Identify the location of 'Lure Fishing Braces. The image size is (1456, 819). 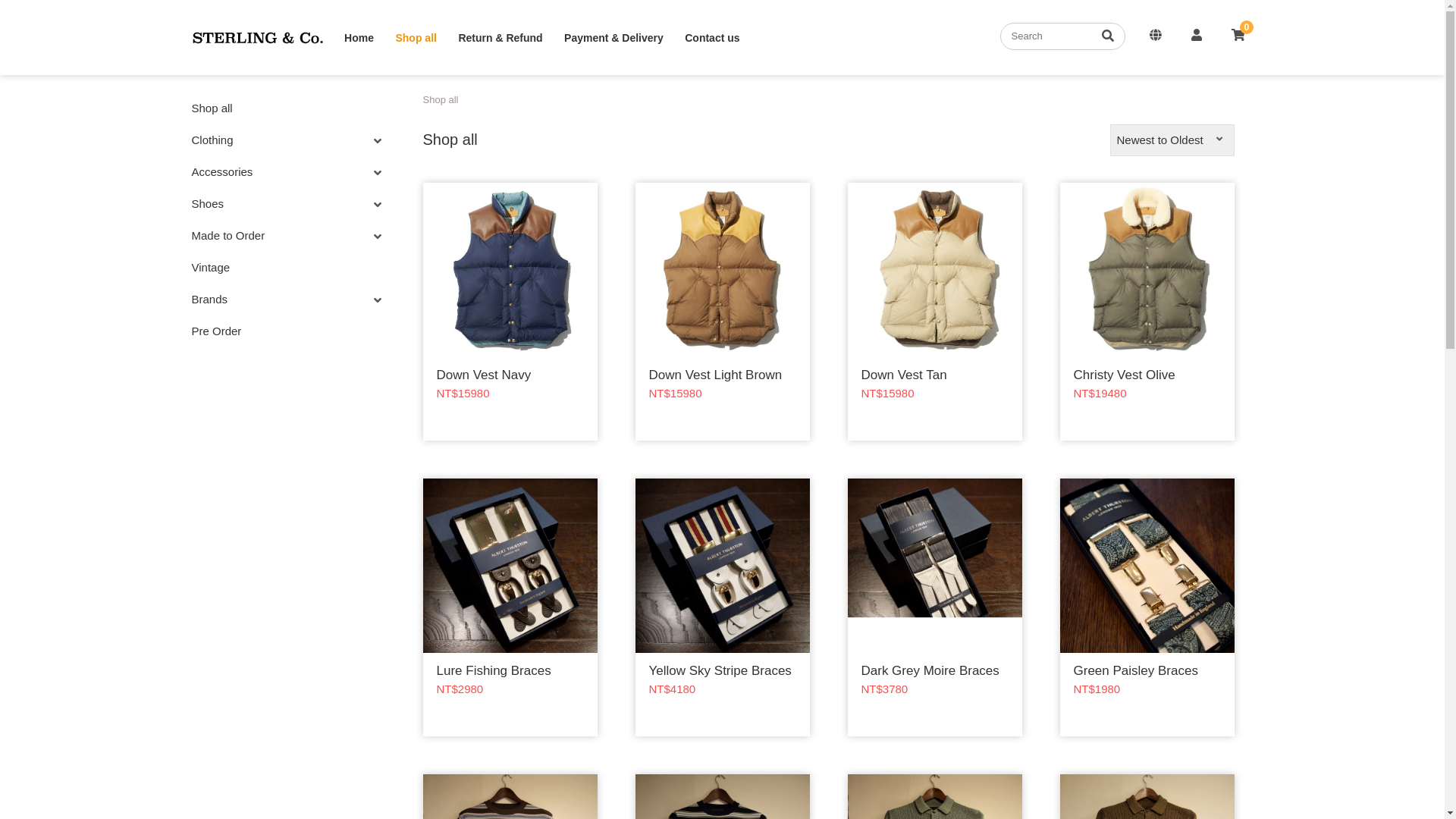
(510, 607).